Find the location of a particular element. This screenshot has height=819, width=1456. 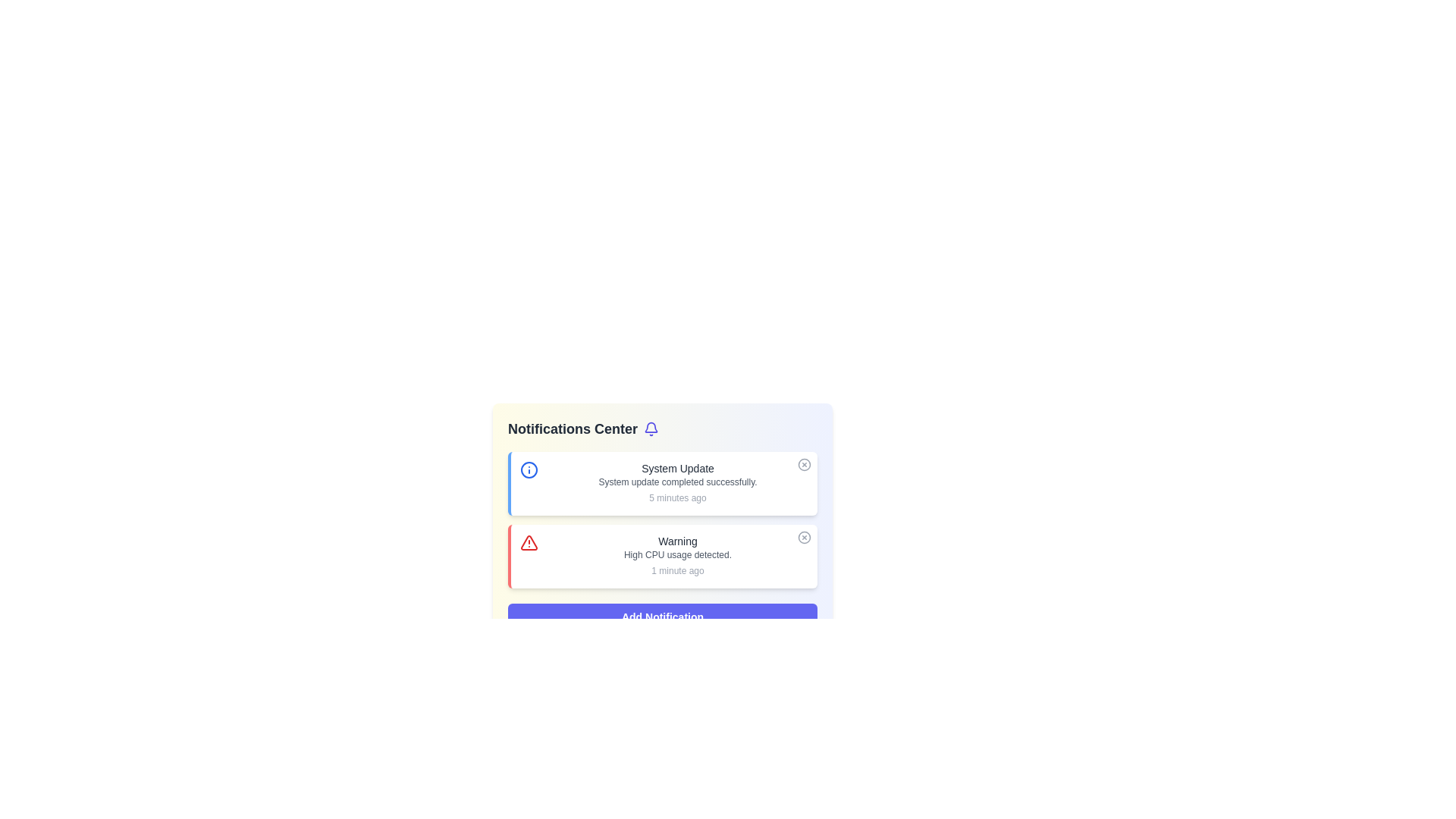

the warning icon indicating high CPU usage alert, positioned to the left of the notification text 'High CPU usage detected.' is located at coordinates (529, 542).